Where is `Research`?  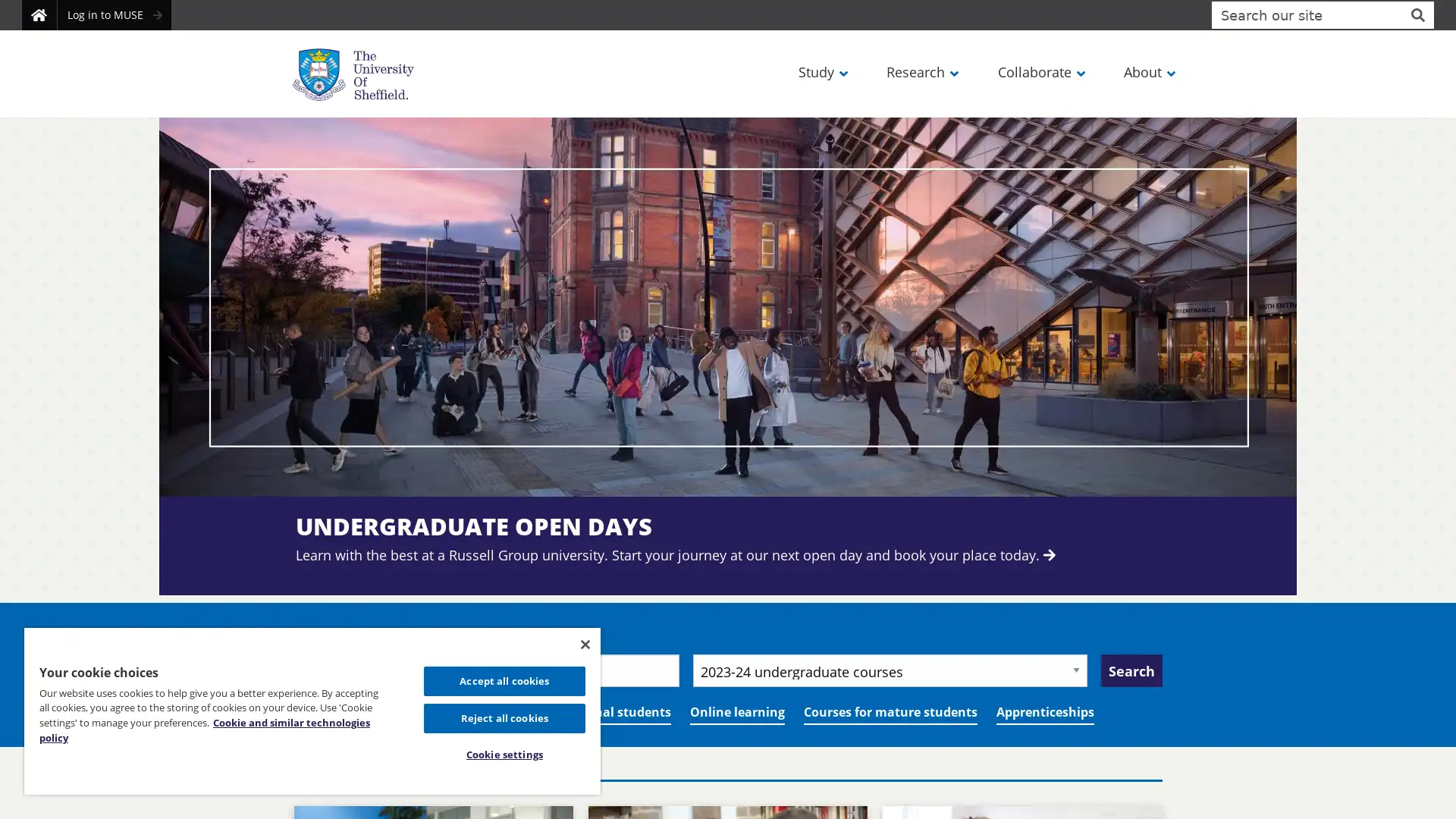
Research is located at coordinates (920, 71).